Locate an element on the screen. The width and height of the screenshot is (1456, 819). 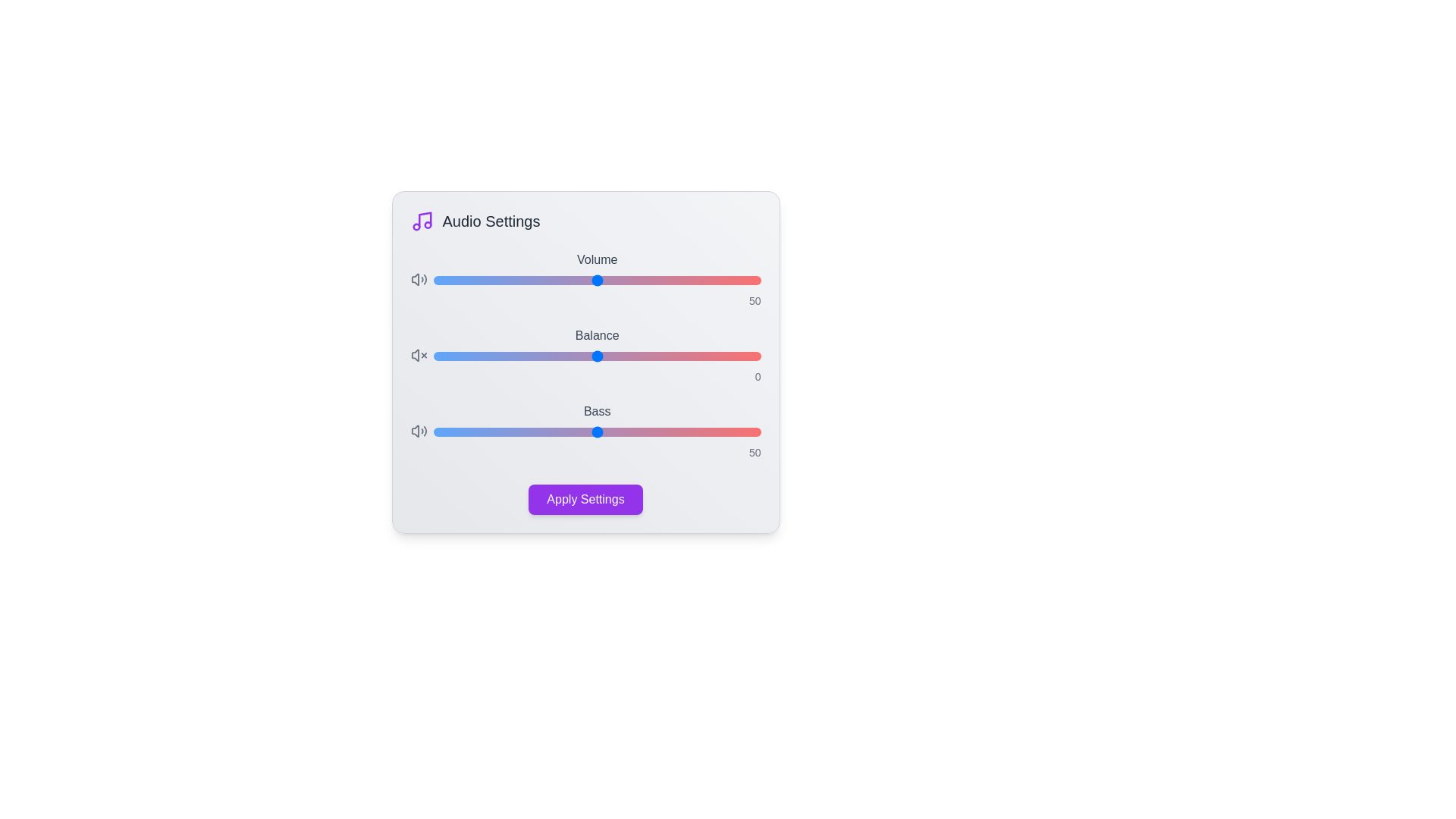
the 'Balance' slider to the specified value -29 is located at coordinates (502, 356).